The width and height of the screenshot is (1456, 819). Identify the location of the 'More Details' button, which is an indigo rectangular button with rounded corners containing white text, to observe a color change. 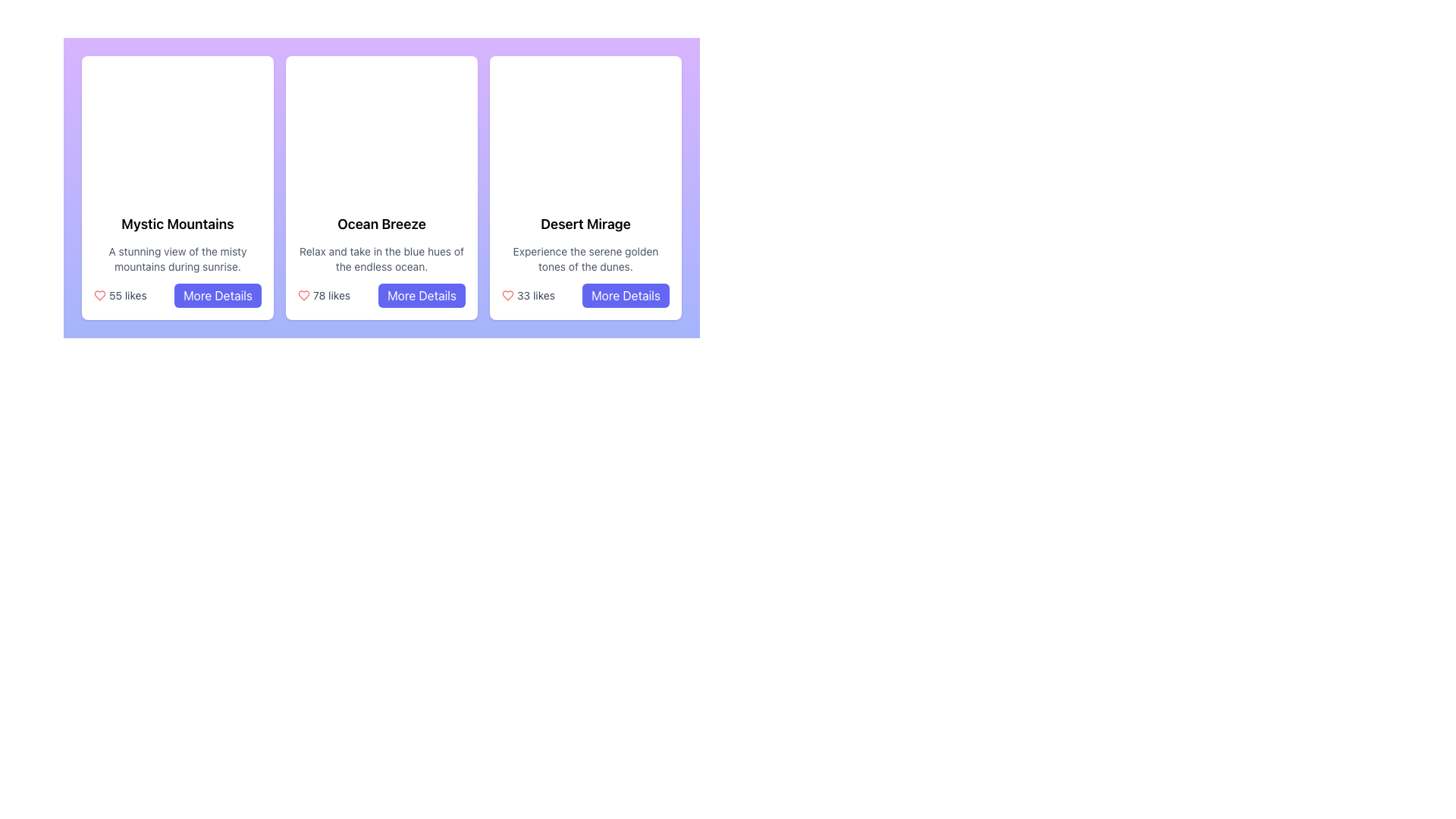
(217, 295).